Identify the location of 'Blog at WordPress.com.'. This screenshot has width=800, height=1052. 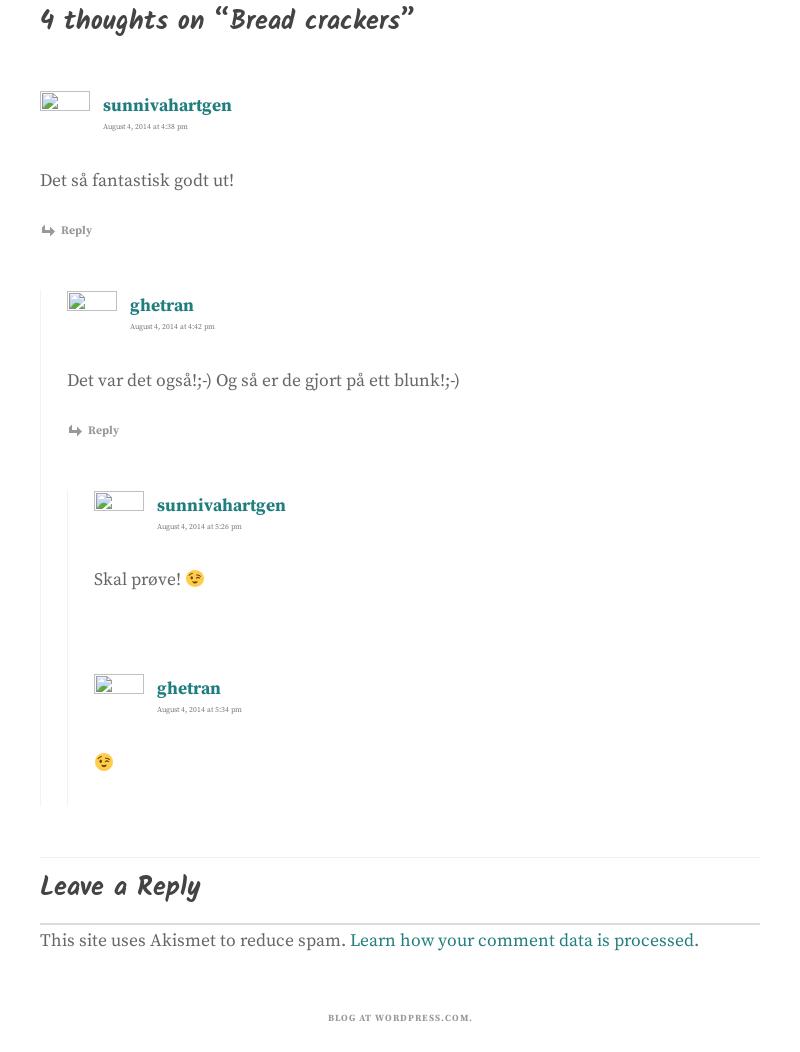
(326, 1015).